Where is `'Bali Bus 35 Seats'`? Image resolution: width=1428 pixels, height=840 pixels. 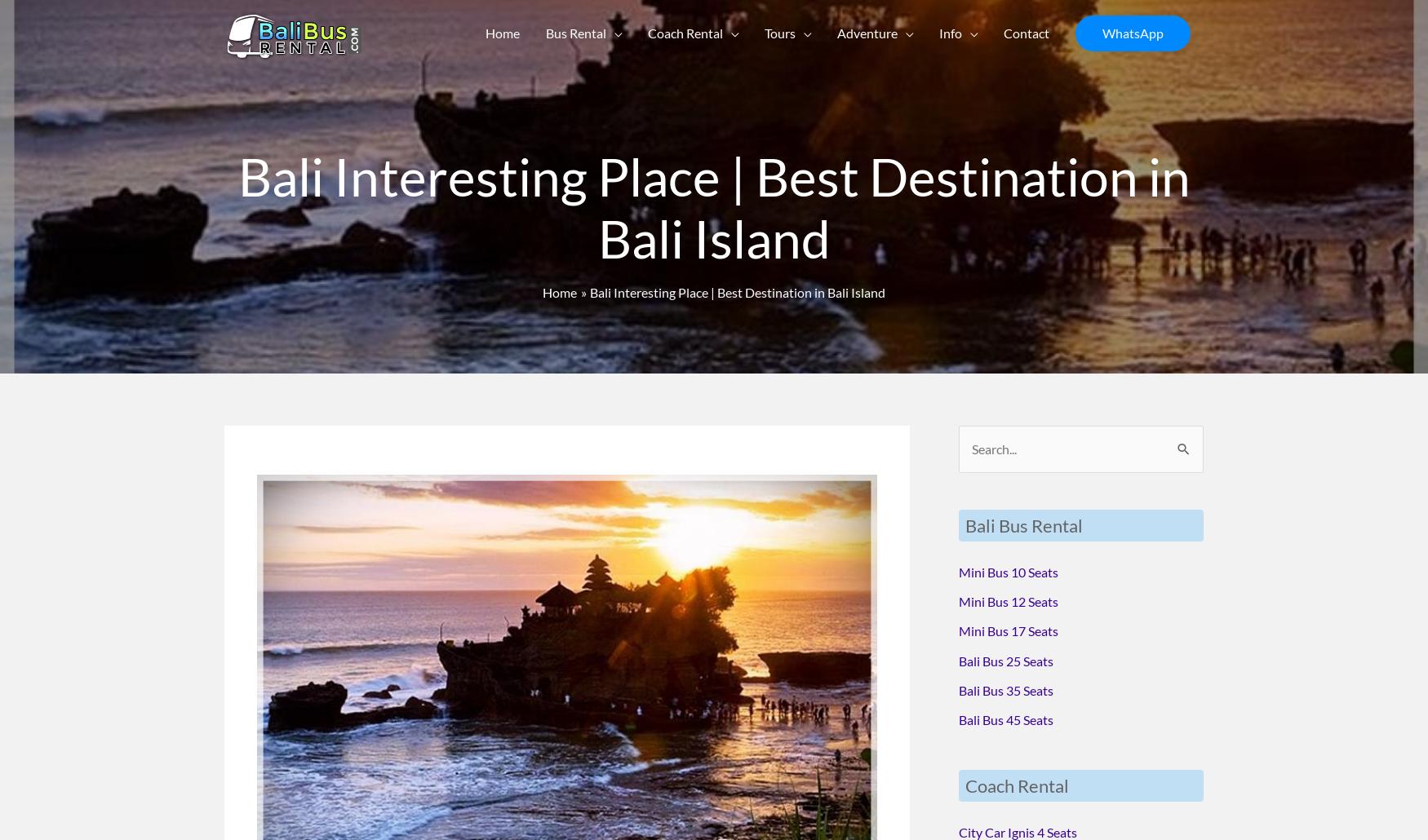 'Bali Bus 35 Seats' is located at coordinates (1006, 688).